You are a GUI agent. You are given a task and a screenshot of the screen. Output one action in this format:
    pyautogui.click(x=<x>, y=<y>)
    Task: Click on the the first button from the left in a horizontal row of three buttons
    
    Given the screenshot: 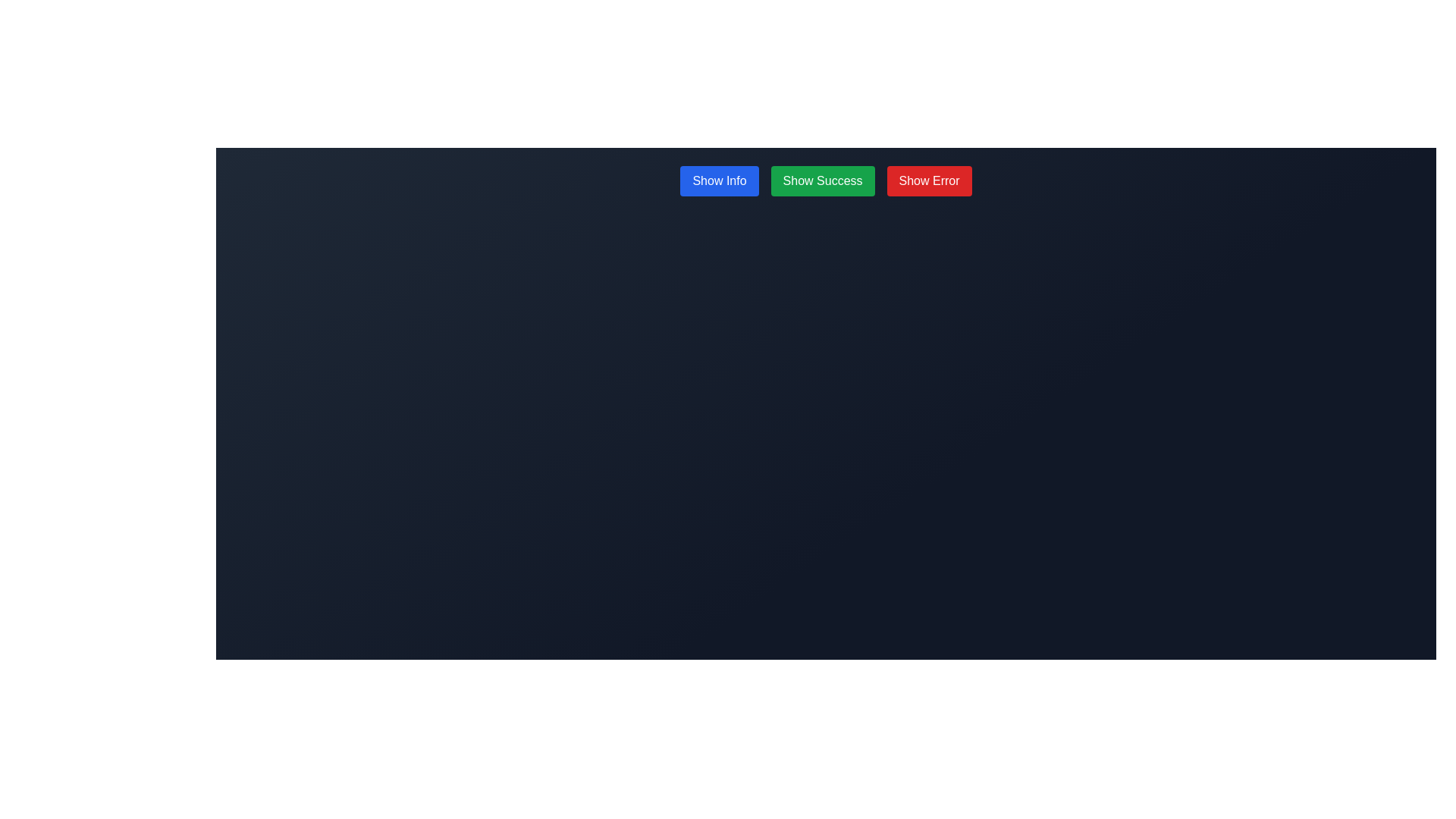 What is the action you would take?
    pyautogui.click(x=719, y=180)
    